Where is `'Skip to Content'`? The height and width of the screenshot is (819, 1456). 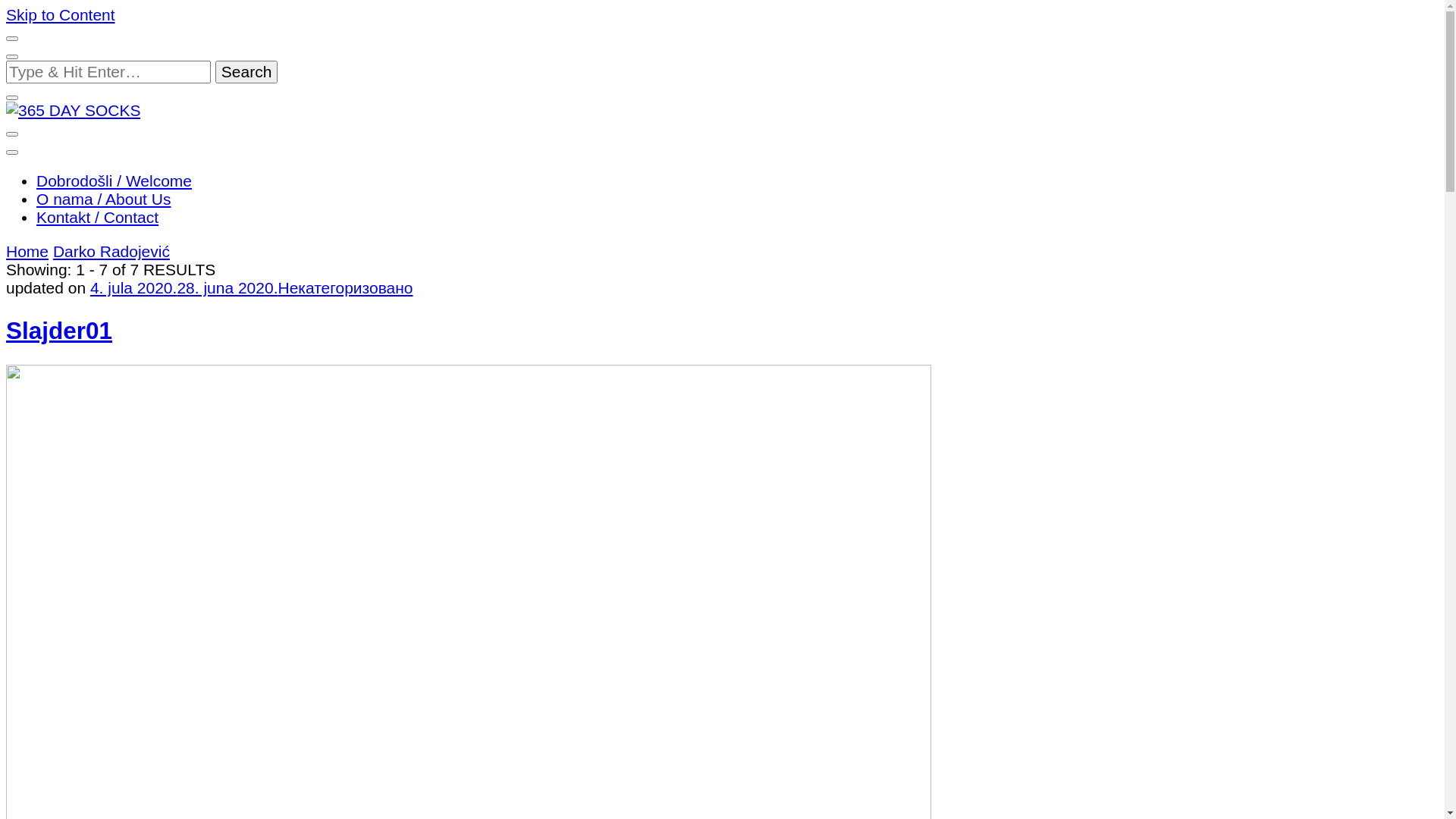 'Skip to Content' is located at coordinates (61, 14).